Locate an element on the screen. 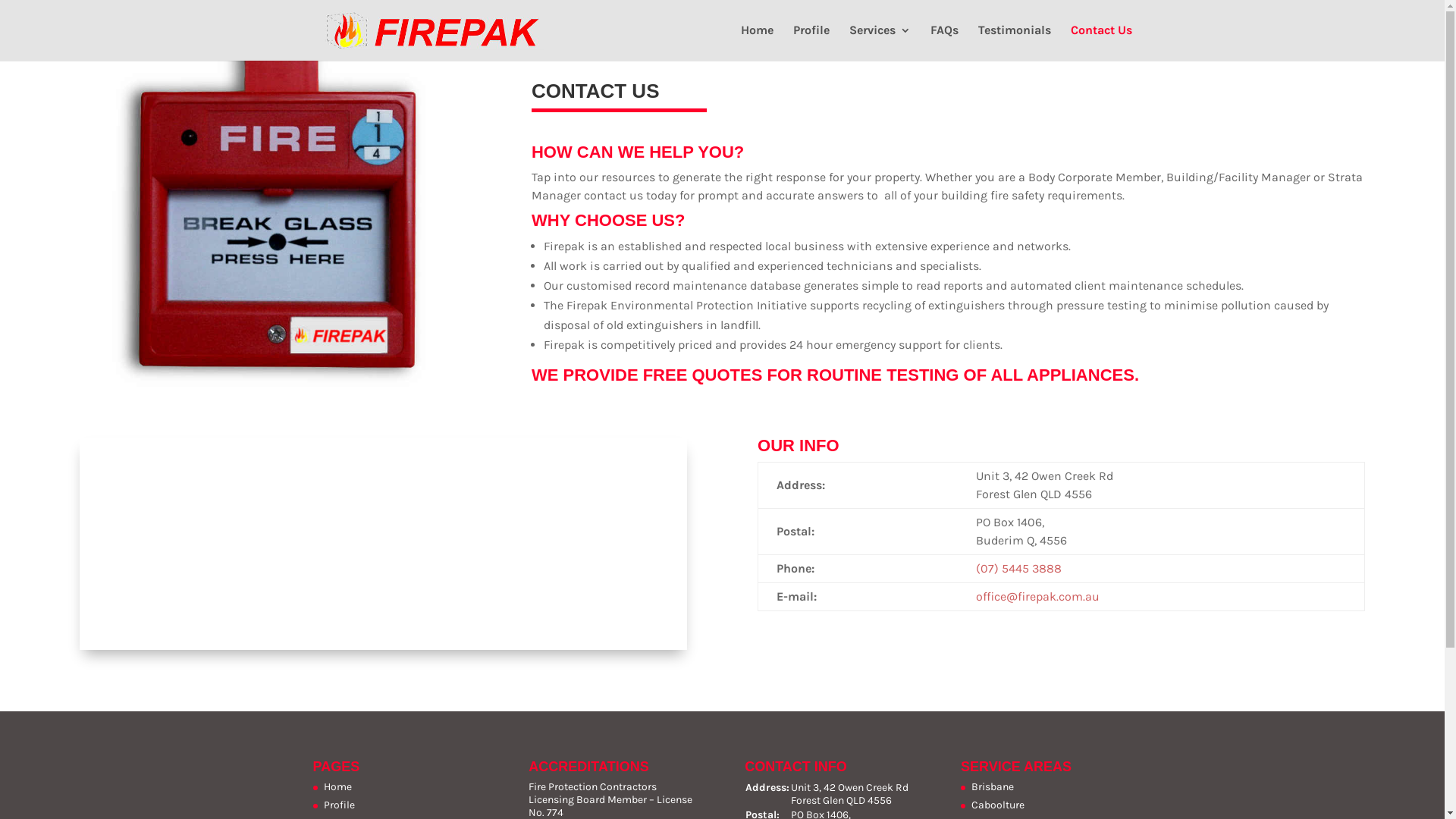 The width and height of the screenshot is (1456, 819). 'Services' is located at coordinates (880, 42).